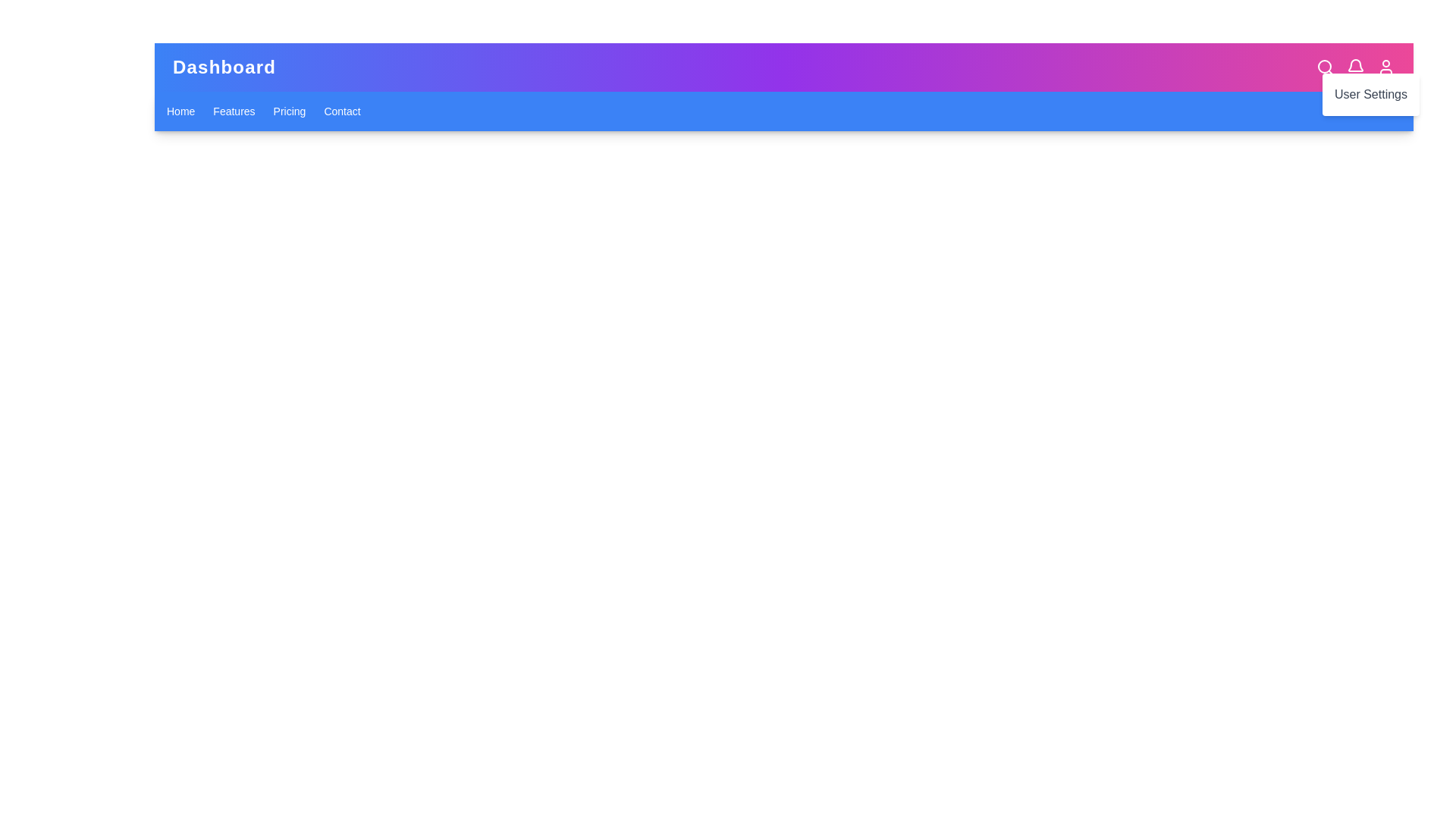  What do you see at coordinates (180, 110) in the screenshot?
I see `the navigation menu item Home` at bounding box center [180, 110].